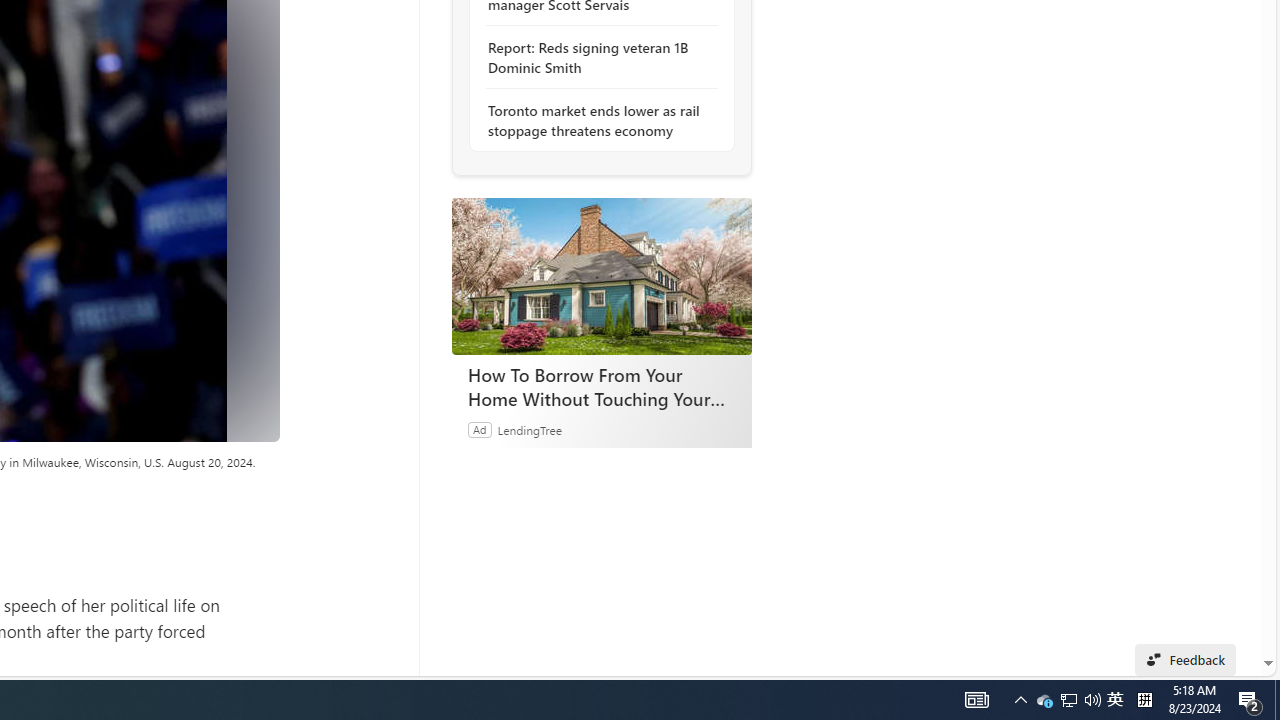 This screenshot has height=720, width=1280. I want to click on 'Q2790: 100%', so click(1092, 698).